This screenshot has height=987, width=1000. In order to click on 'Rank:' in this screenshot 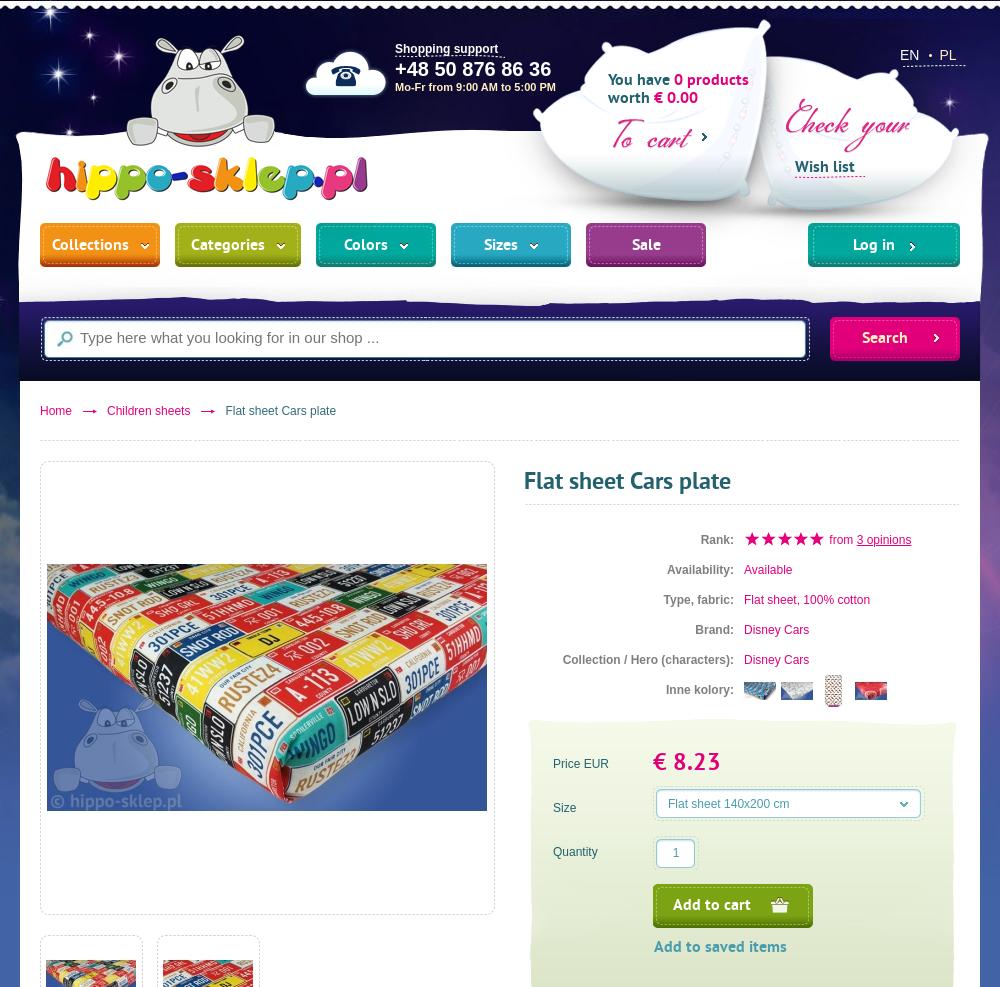, I will do `click(716, 539)`.